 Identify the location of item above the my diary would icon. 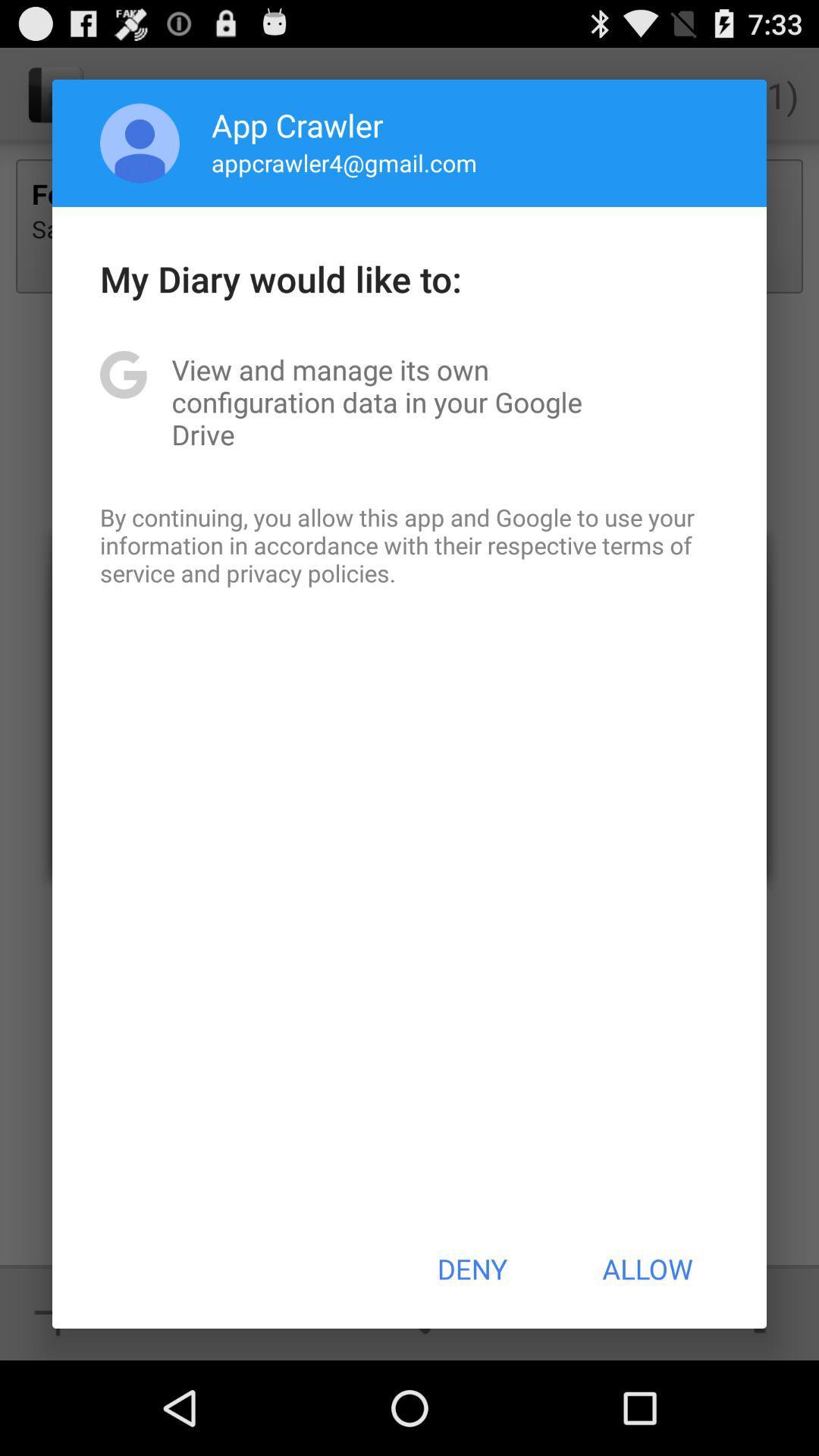
(344, 162).